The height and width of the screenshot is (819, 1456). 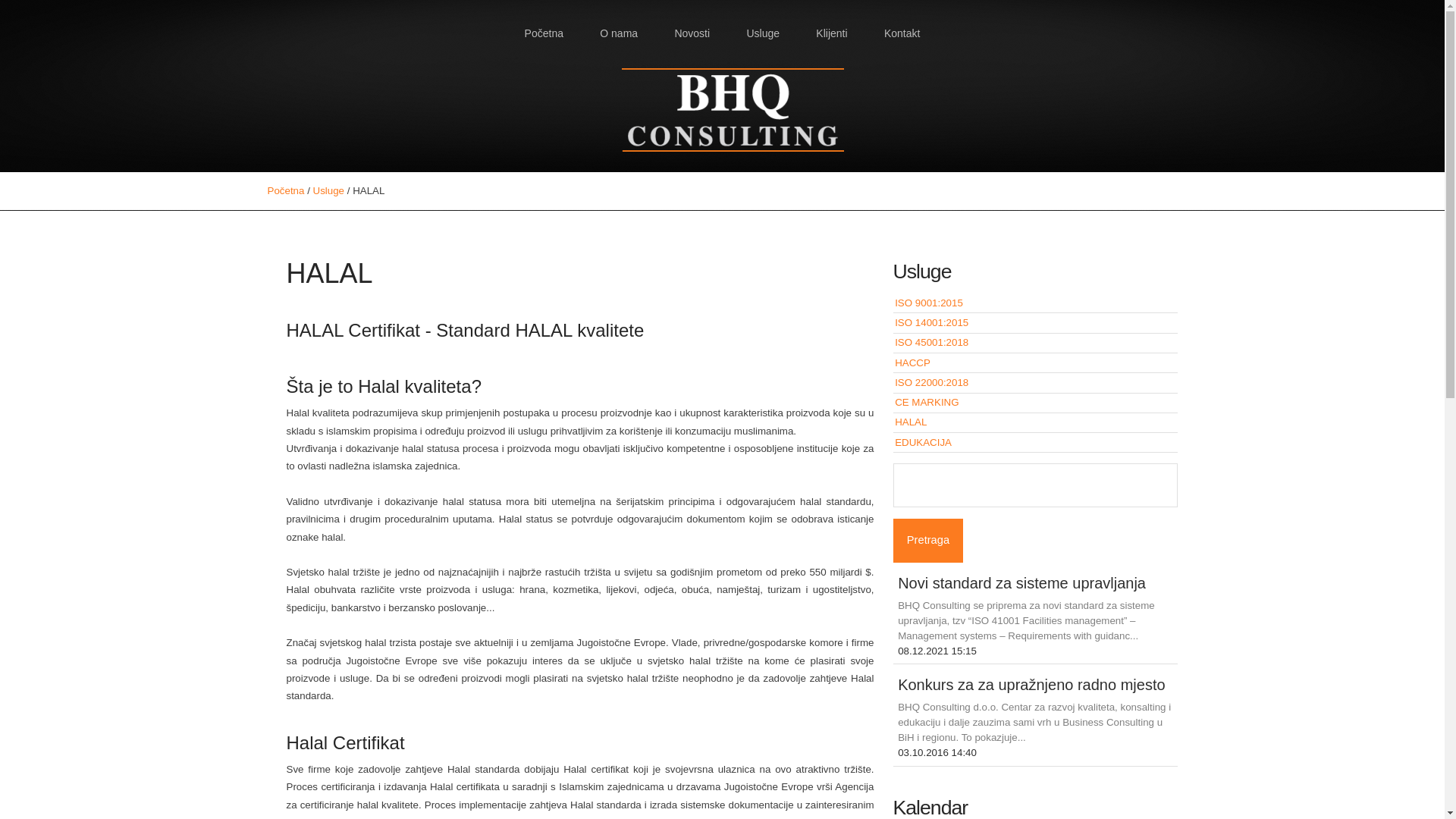 I want to click on 'O nama', so click(x=619, y=33).